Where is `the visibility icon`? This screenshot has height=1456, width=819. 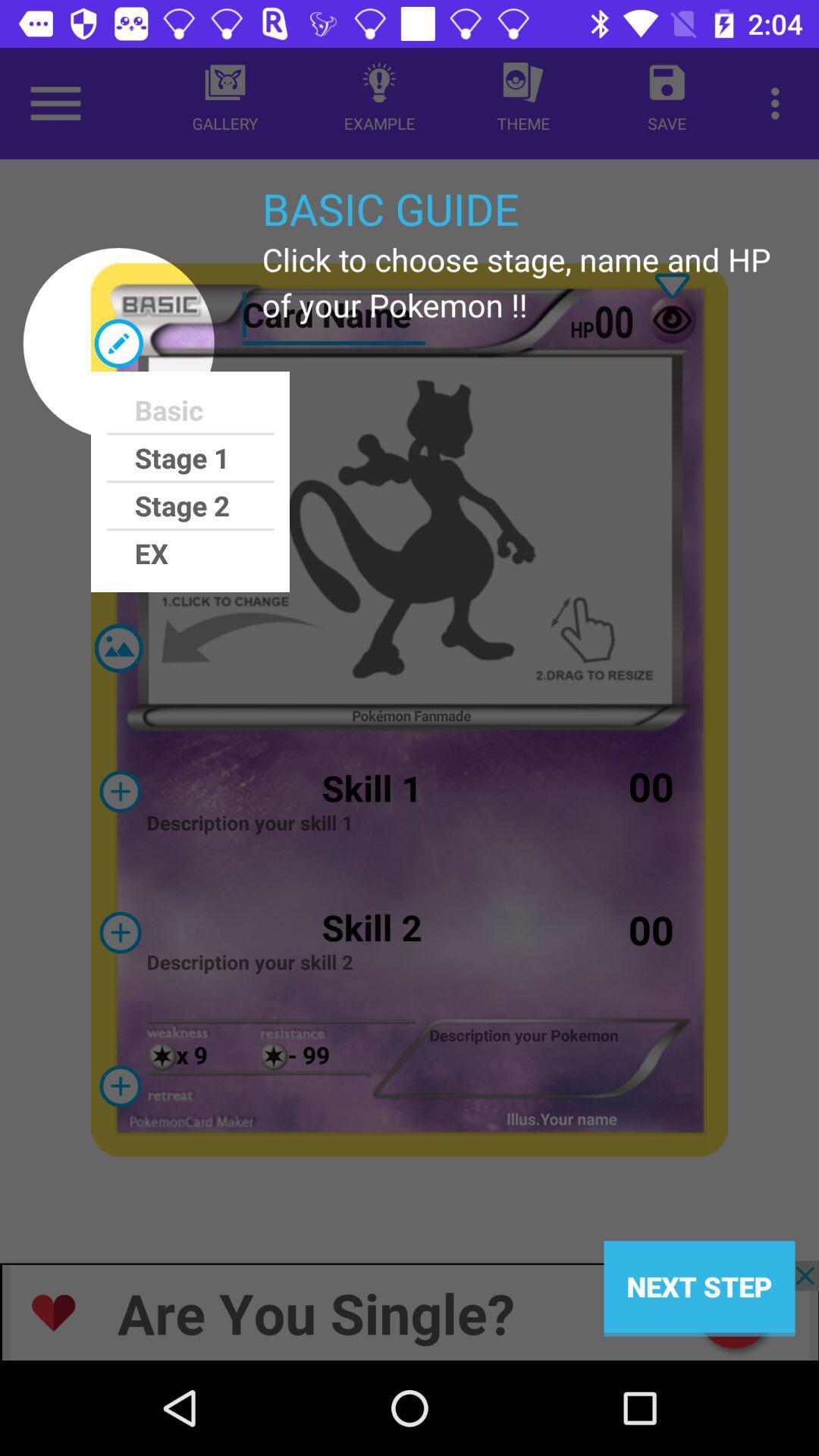
the visibility icon is located at coordinates (119, 1085).